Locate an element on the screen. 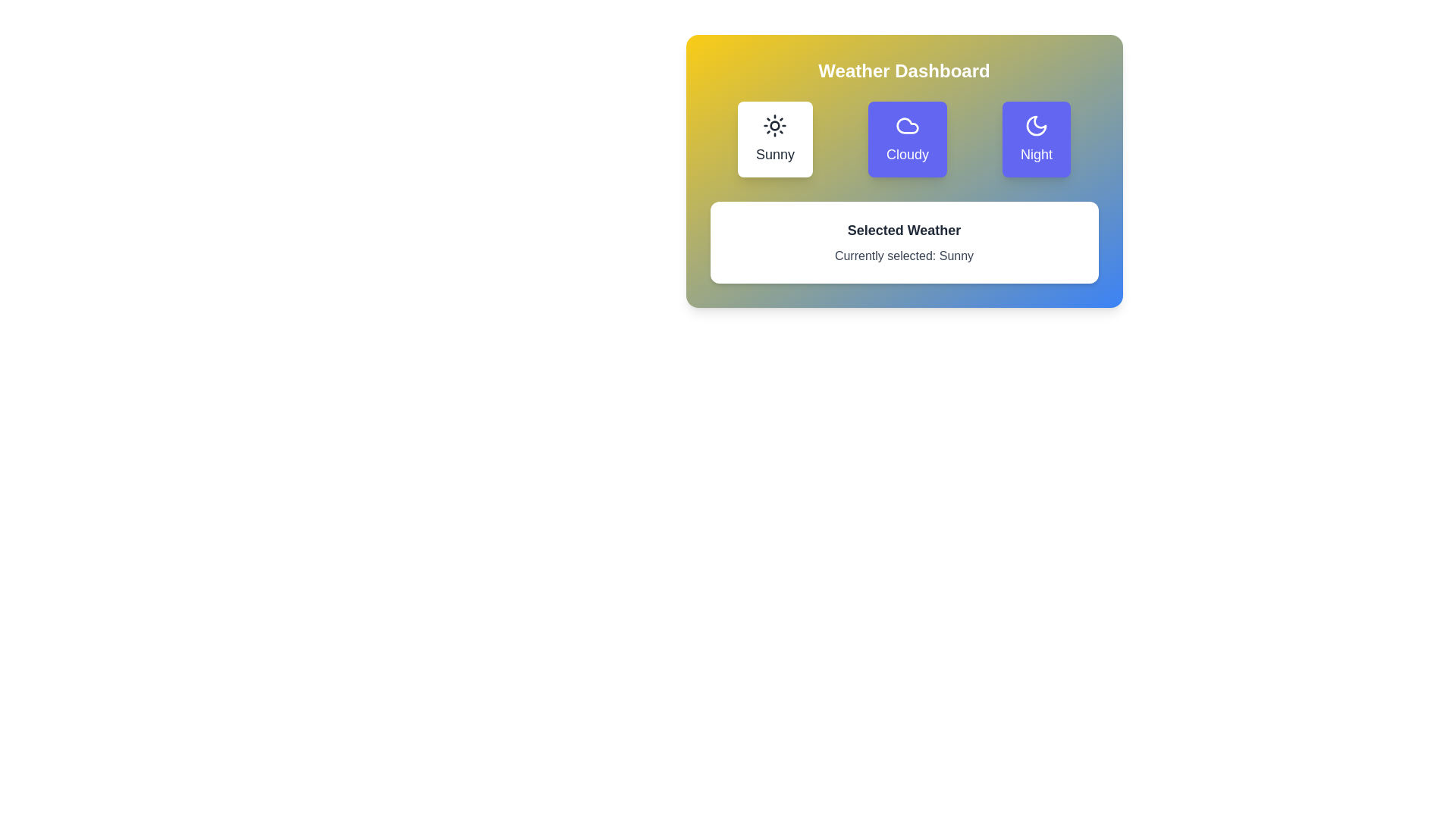  the text label reading 'Night', which is styled with medium font weight and large size, located beneath a crescent moon icon is located at coordinates (1036, 155).